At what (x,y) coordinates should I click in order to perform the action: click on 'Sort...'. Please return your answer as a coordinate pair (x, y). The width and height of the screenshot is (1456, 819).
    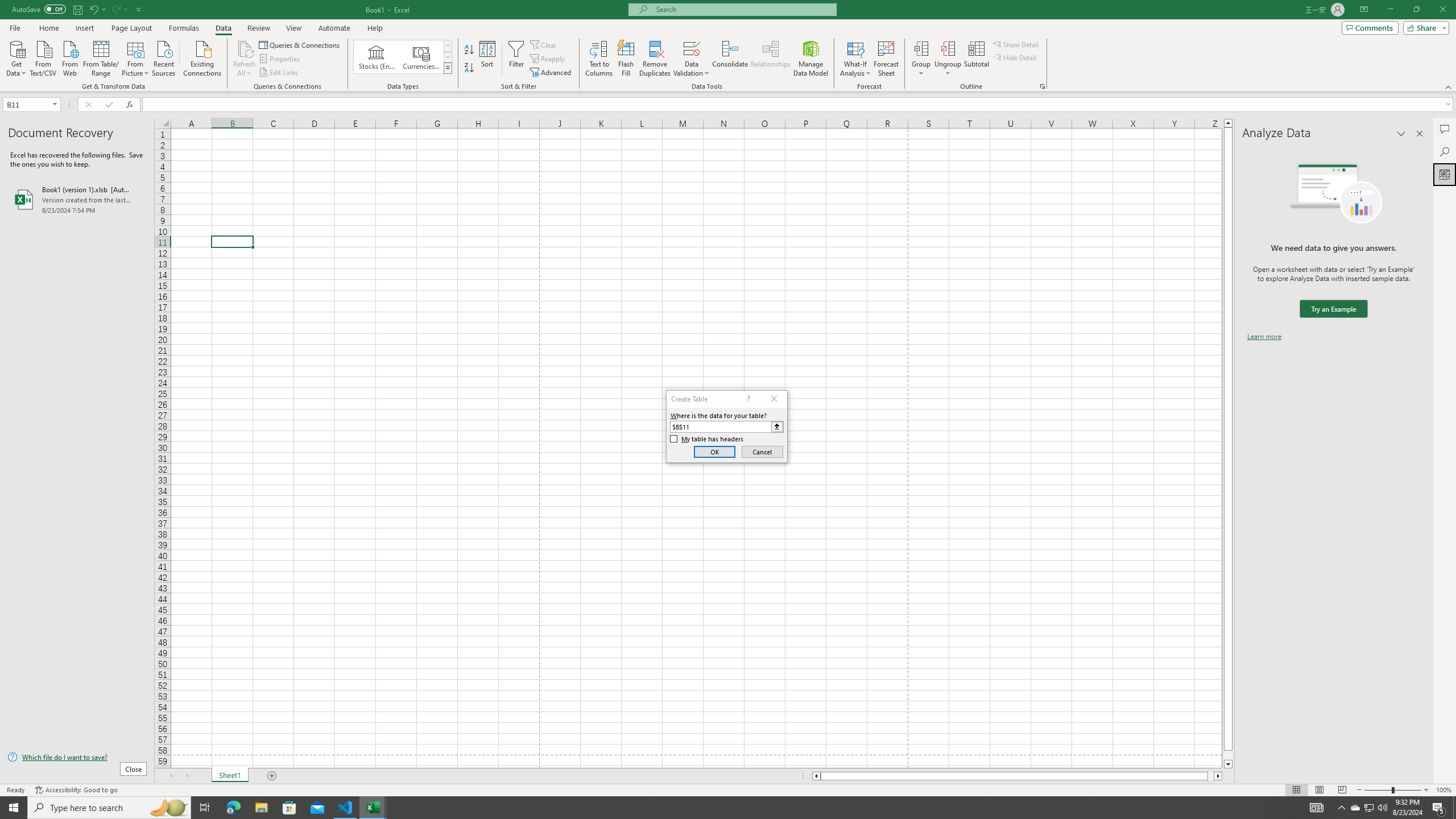
    Looking at the image, I should click on (487, 59).